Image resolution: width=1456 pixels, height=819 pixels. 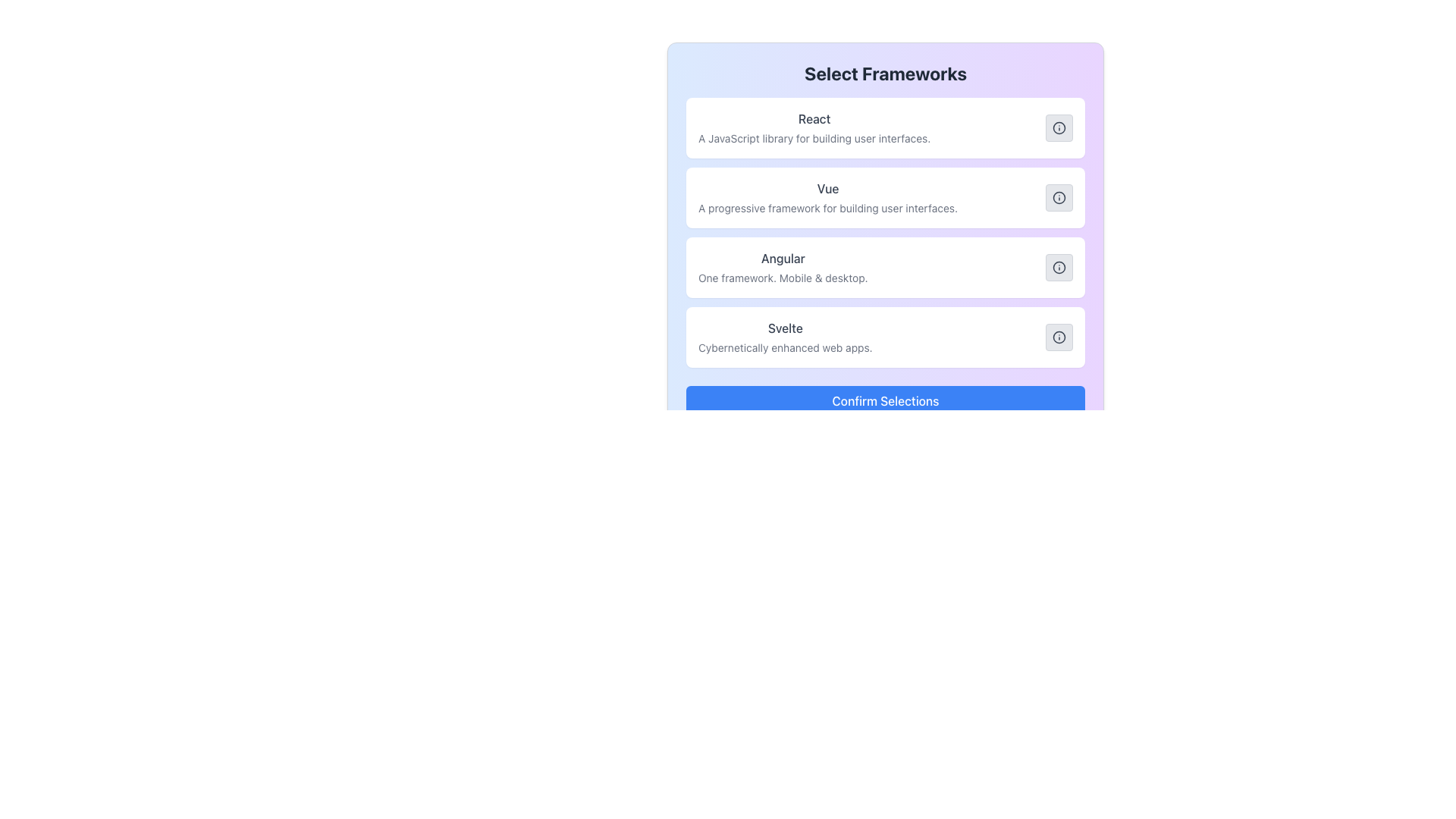 What do you see at coordinates (1058, 336) in the screenshot?
I see `the information button located at the far right of the 'Svelte' card` at bounding box center [1058, 336].